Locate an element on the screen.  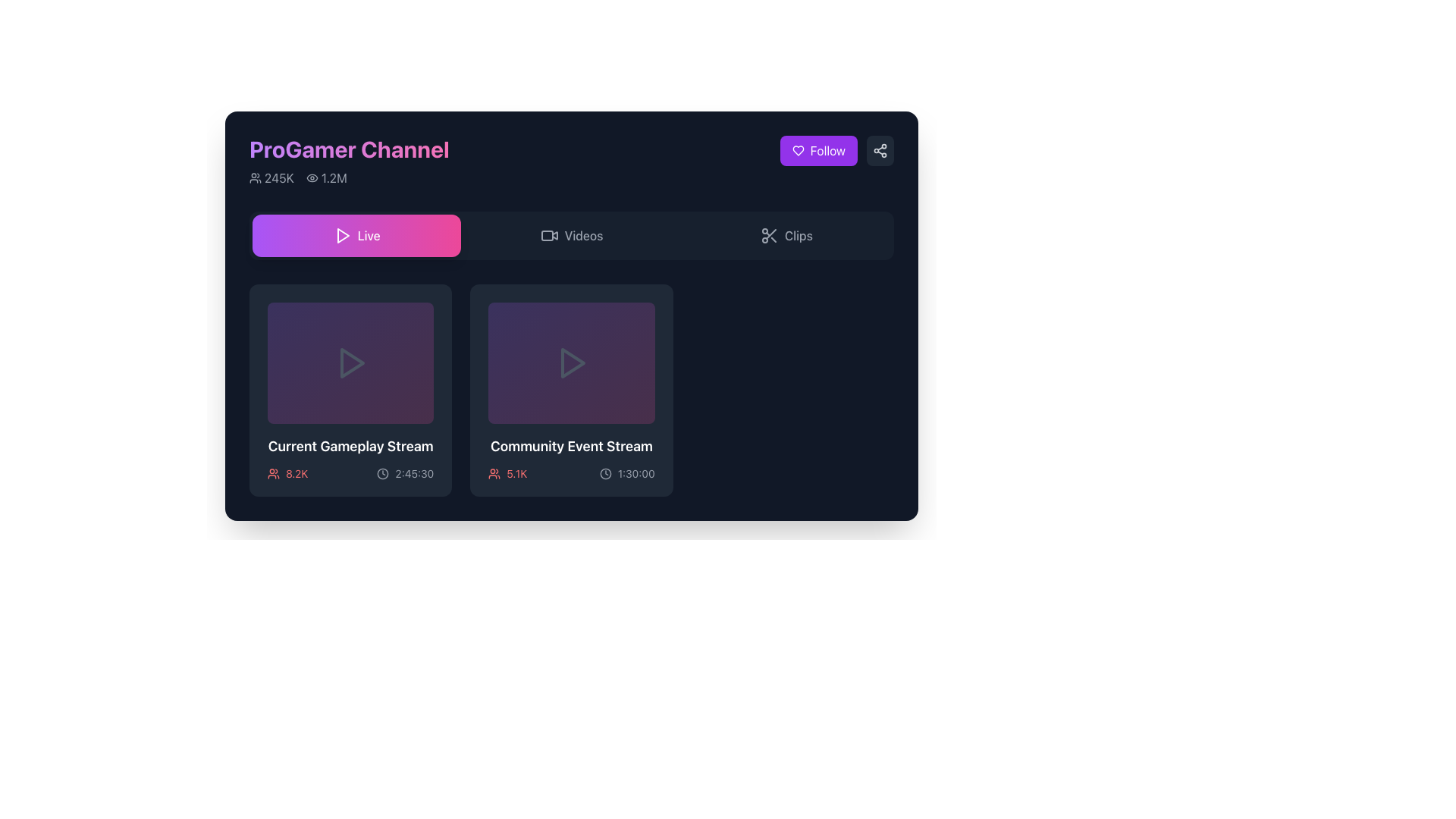
the share button represented by three connected circles in a triangular layout, located at the top-right corner of the interface is located at coordinates (880, 151).